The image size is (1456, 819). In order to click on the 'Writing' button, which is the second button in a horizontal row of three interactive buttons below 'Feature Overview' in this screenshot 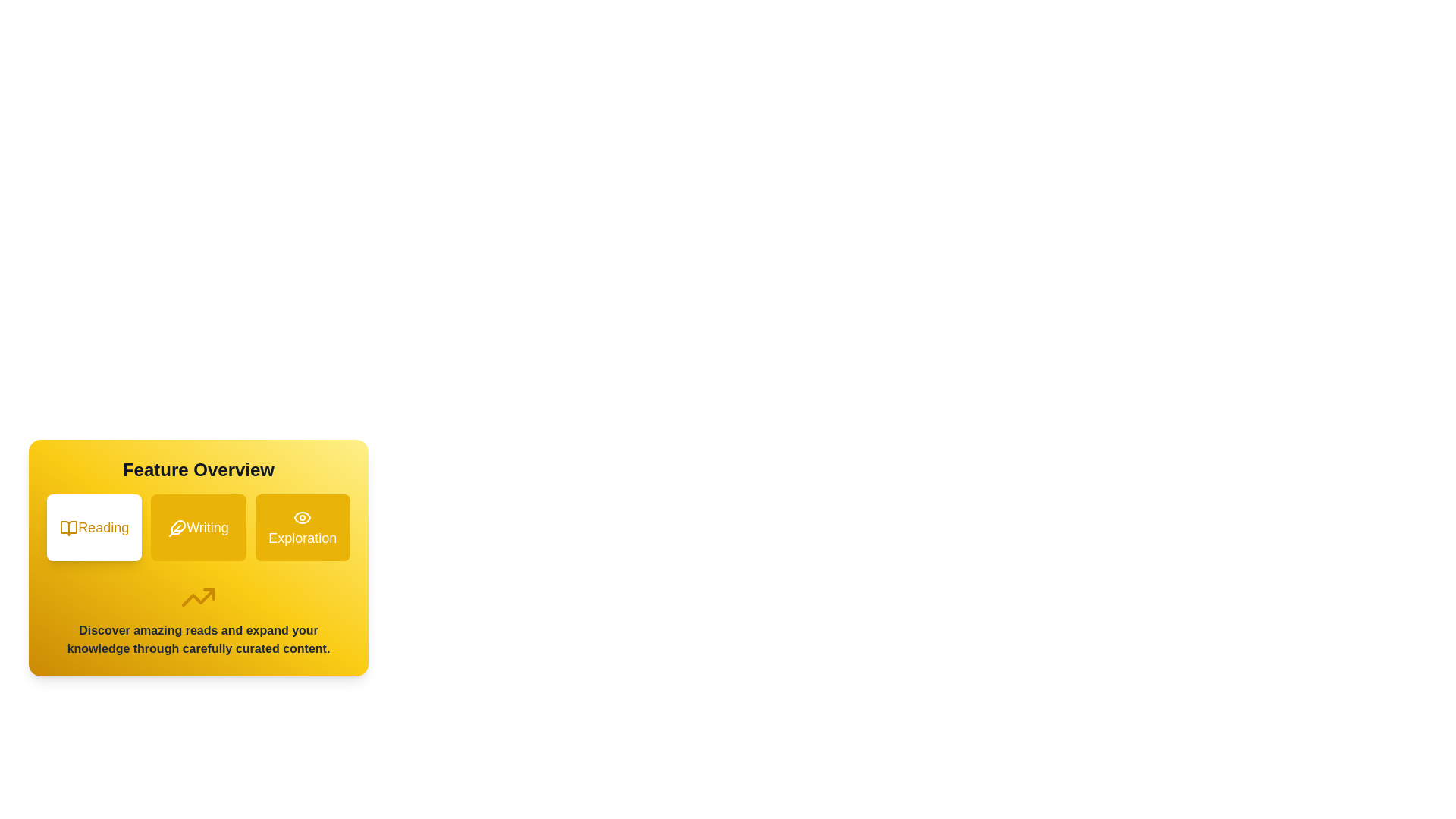, I will do `click(198, 558)`.